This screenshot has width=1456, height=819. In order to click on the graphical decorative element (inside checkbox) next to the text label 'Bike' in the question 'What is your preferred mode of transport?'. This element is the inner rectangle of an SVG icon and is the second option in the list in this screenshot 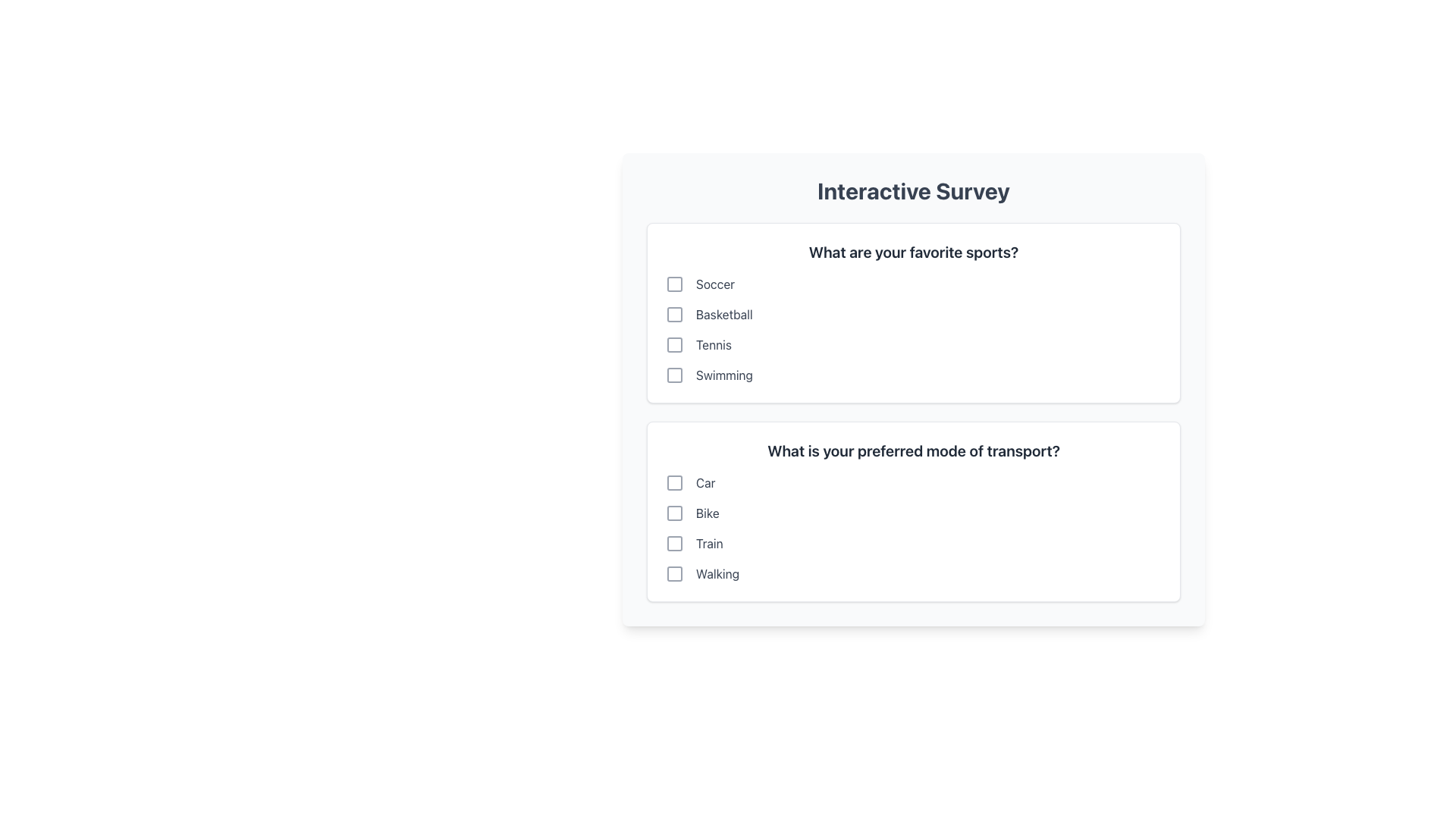, I will do `click(673, 513)`.